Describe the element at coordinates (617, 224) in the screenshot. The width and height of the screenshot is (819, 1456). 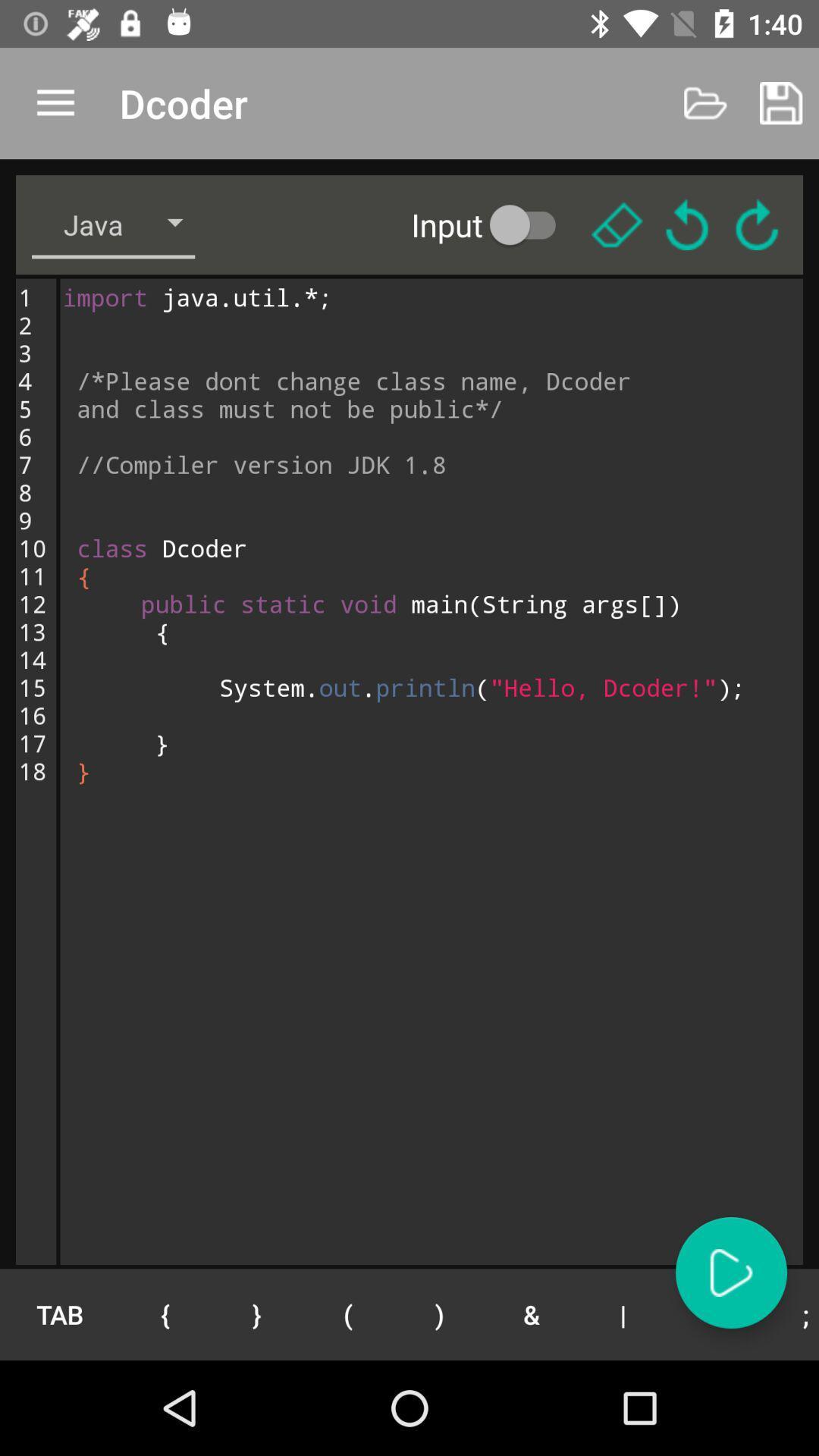
I see `click there` at that location.